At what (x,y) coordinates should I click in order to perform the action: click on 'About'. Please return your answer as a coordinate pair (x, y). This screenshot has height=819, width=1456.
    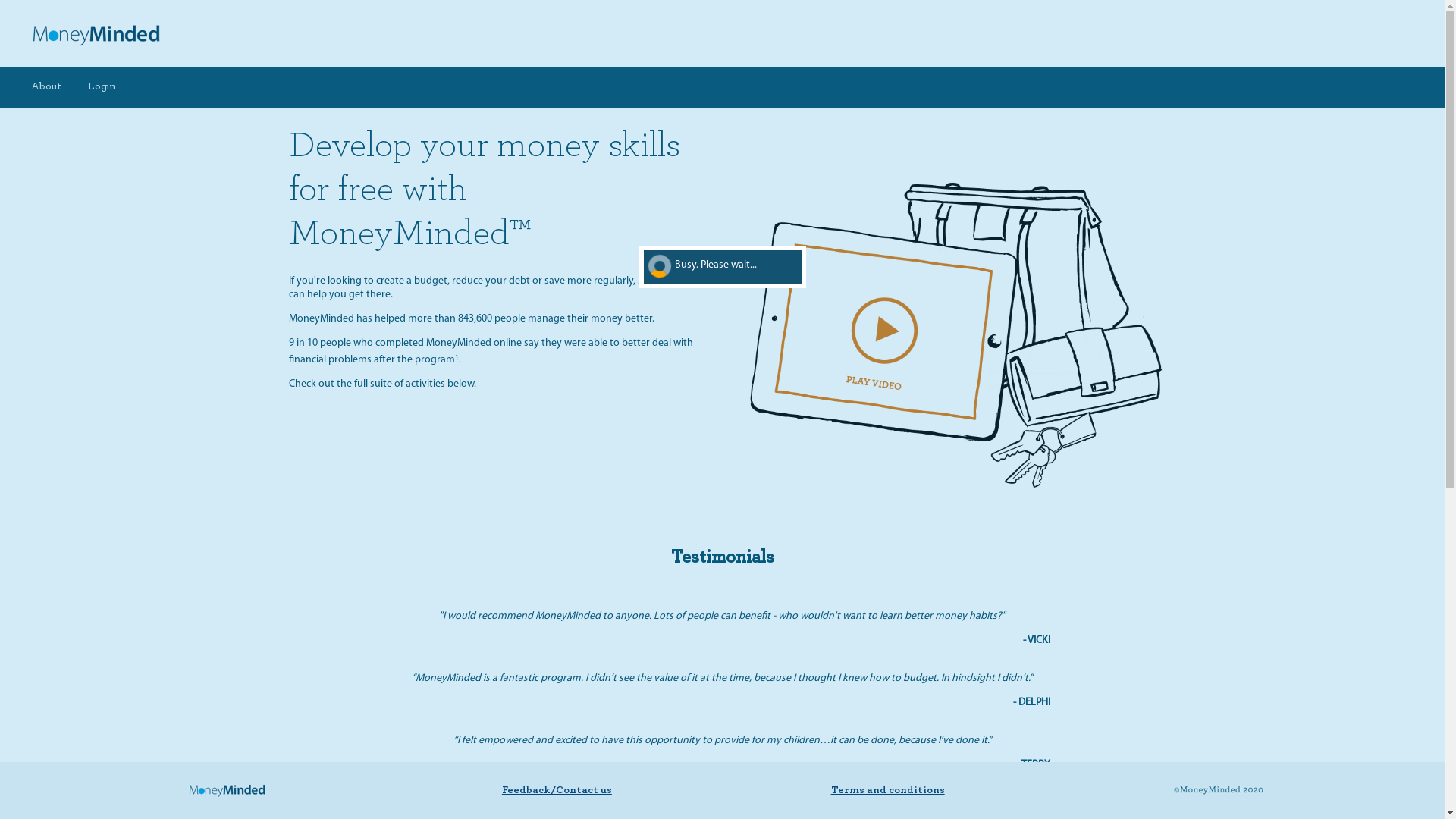
    Looking at the image, I should click on (46, 87).